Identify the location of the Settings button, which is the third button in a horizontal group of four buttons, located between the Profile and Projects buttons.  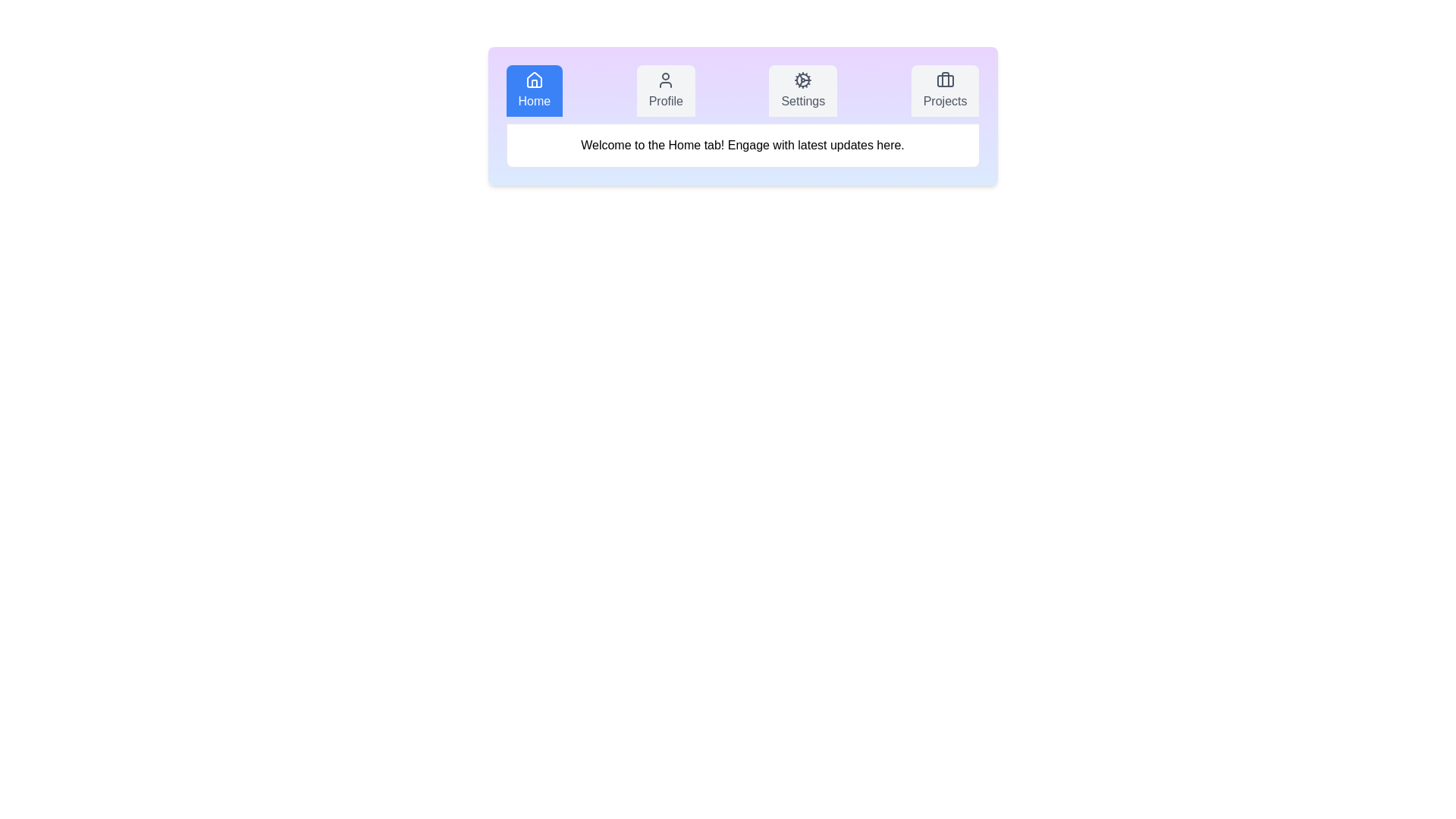
(802, 90).